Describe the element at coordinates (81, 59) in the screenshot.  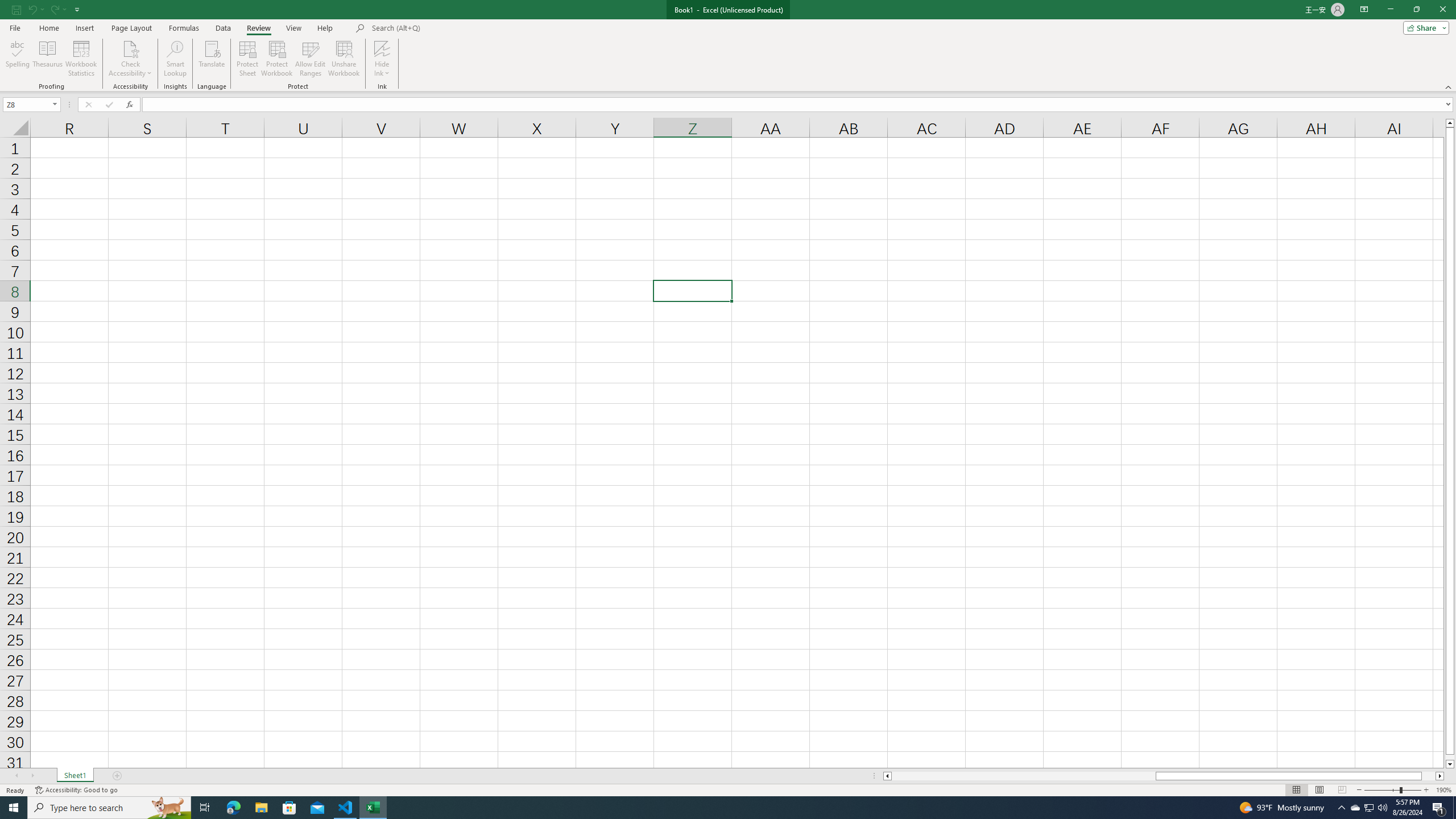
I see `'Workbook Statistics'` at that location.